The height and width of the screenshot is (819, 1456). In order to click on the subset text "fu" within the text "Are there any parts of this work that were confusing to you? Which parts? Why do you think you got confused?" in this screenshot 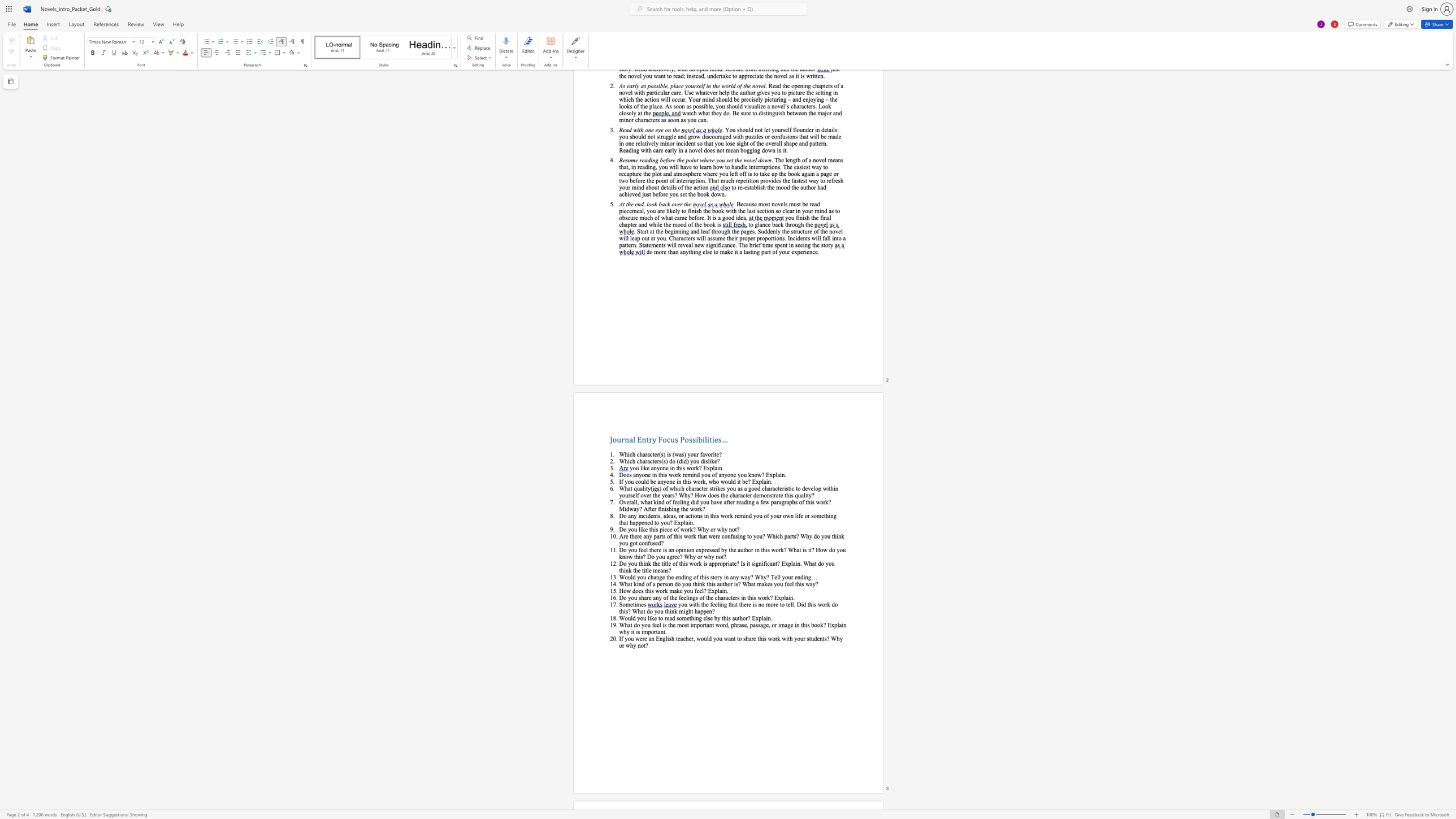, I will do `click(647, 543)`.